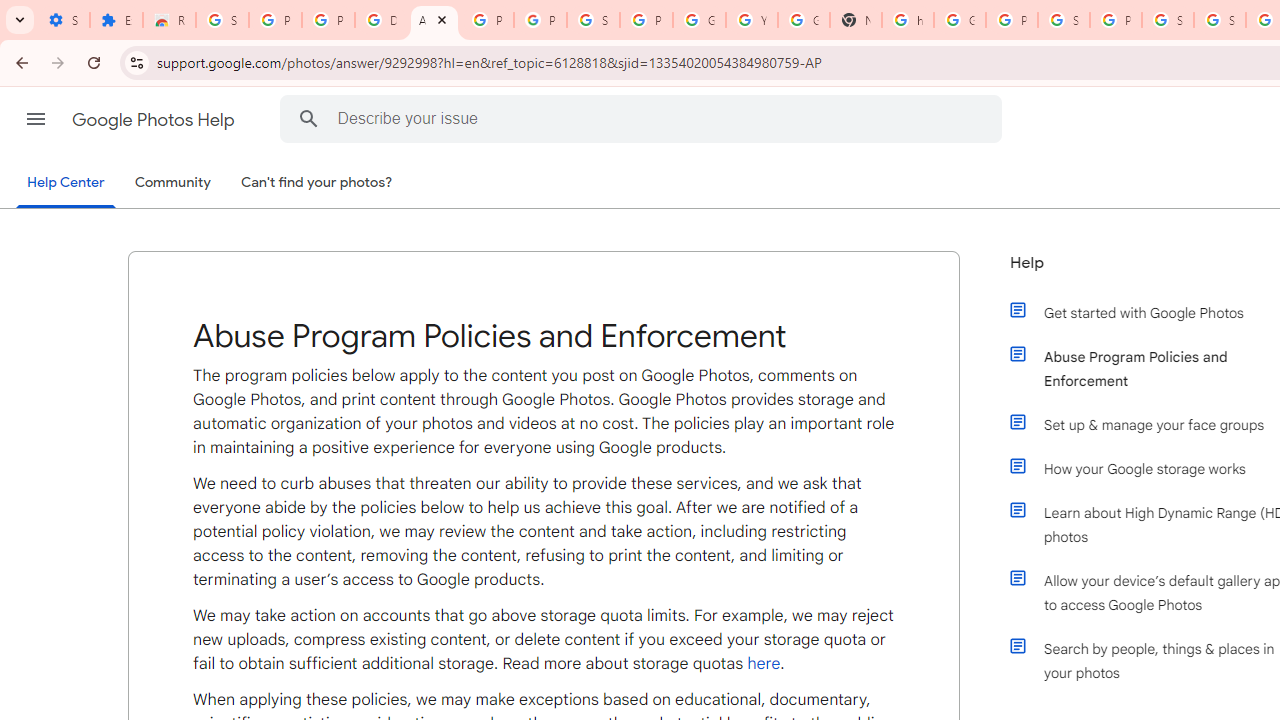  What do you see at coordinates (65, 183) in the screenshot?
I see `'Help Center'` at bounding box center [65, 183].